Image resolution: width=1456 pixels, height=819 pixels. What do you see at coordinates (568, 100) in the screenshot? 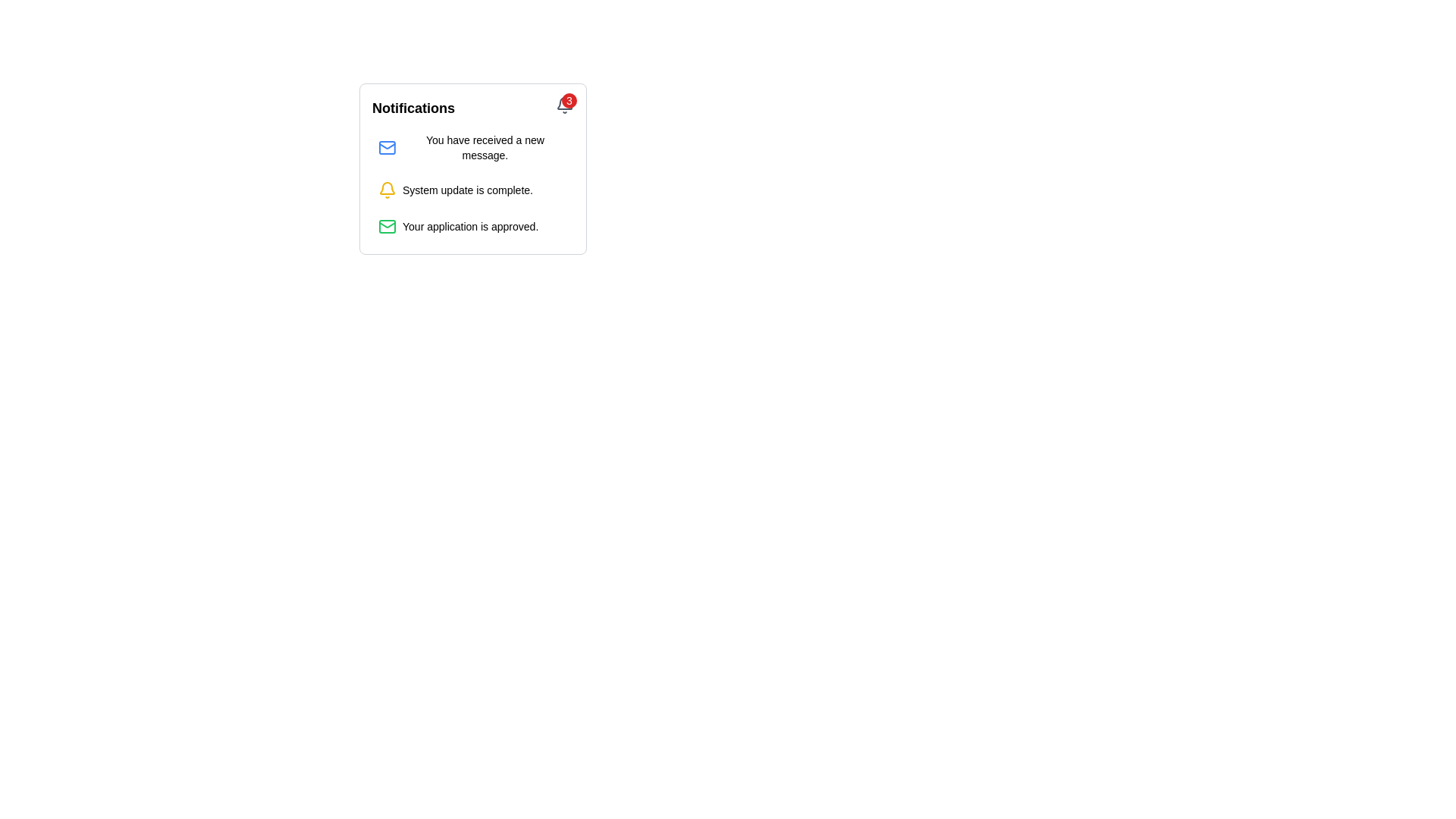
I see `the Notification Badge, a small circular badge with a red background and the number '3' displayed in white text, located at the top-right corner of the bell icon` at bounding box center [568, 100].